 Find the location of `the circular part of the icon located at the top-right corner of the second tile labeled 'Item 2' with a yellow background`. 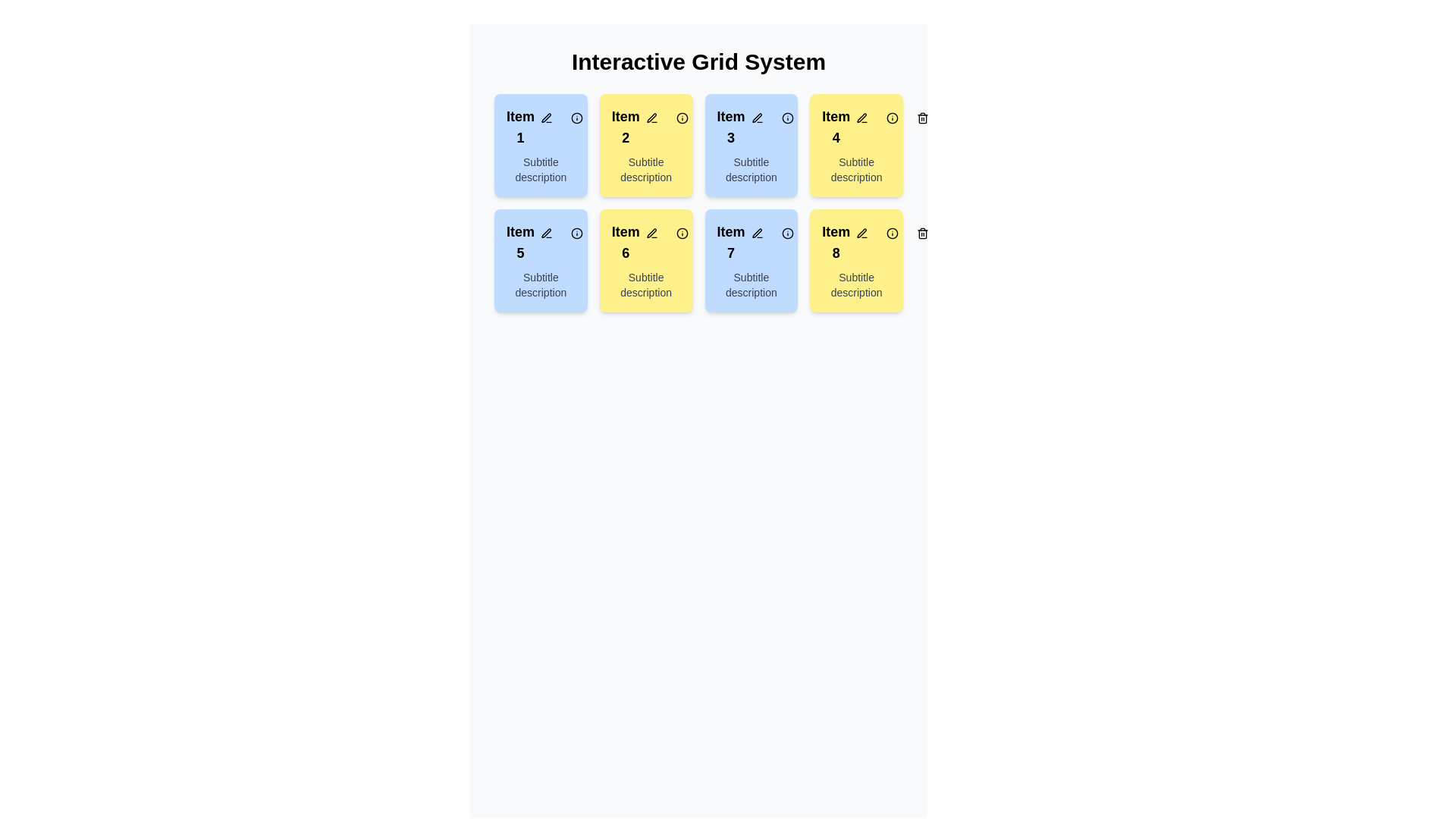

the circular part of the icon located at the top-right corner of the second tile labeled 'Item 2' with a yellow background is located at coordinates (681, 117).